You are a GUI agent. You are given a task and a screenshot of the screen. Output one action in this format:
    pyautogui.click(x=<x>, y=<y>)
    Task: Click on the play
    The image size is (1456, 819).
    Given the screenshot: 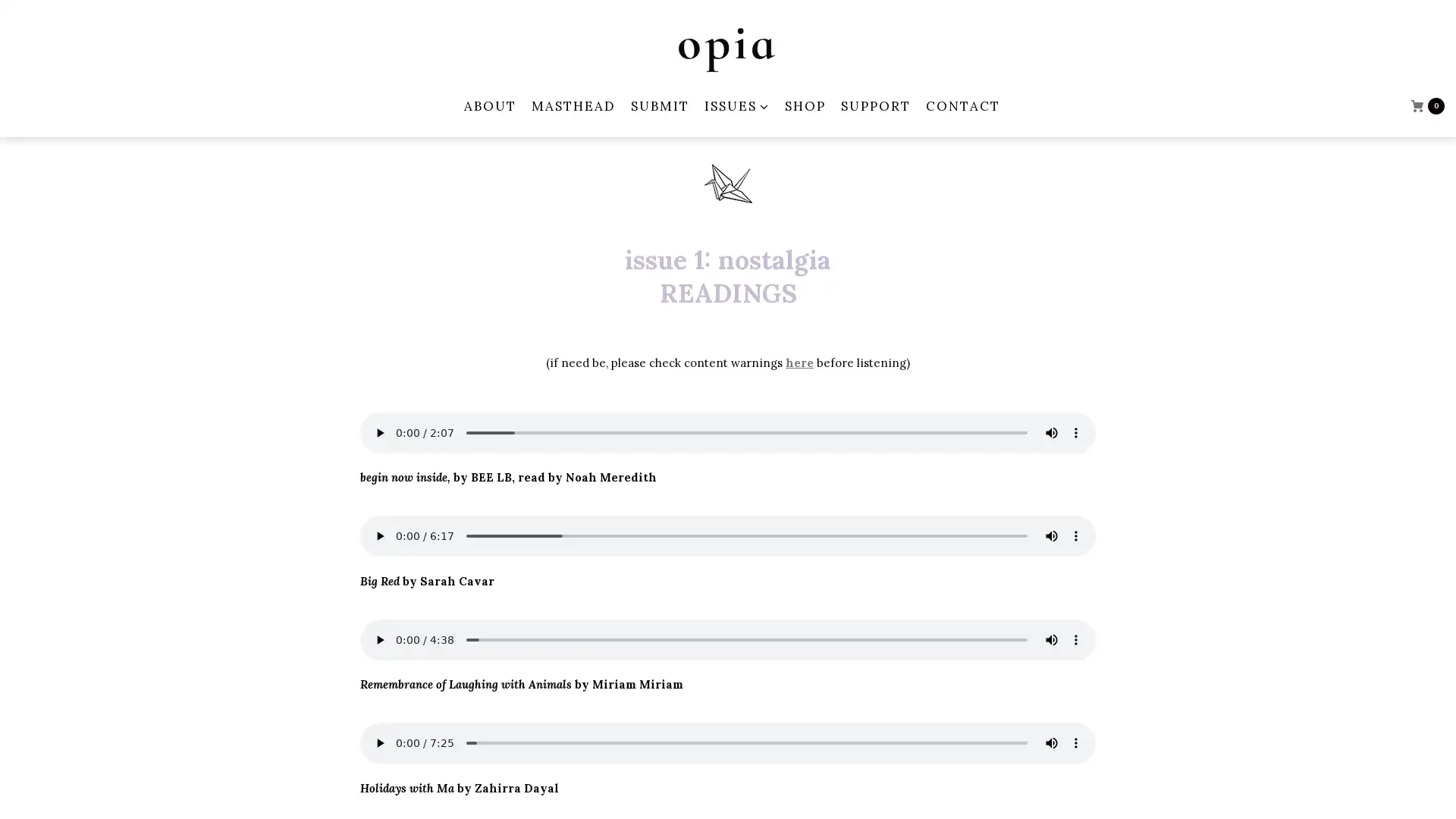 What is the action you would take?
    pyautogui.click(x=379, y=535)
    